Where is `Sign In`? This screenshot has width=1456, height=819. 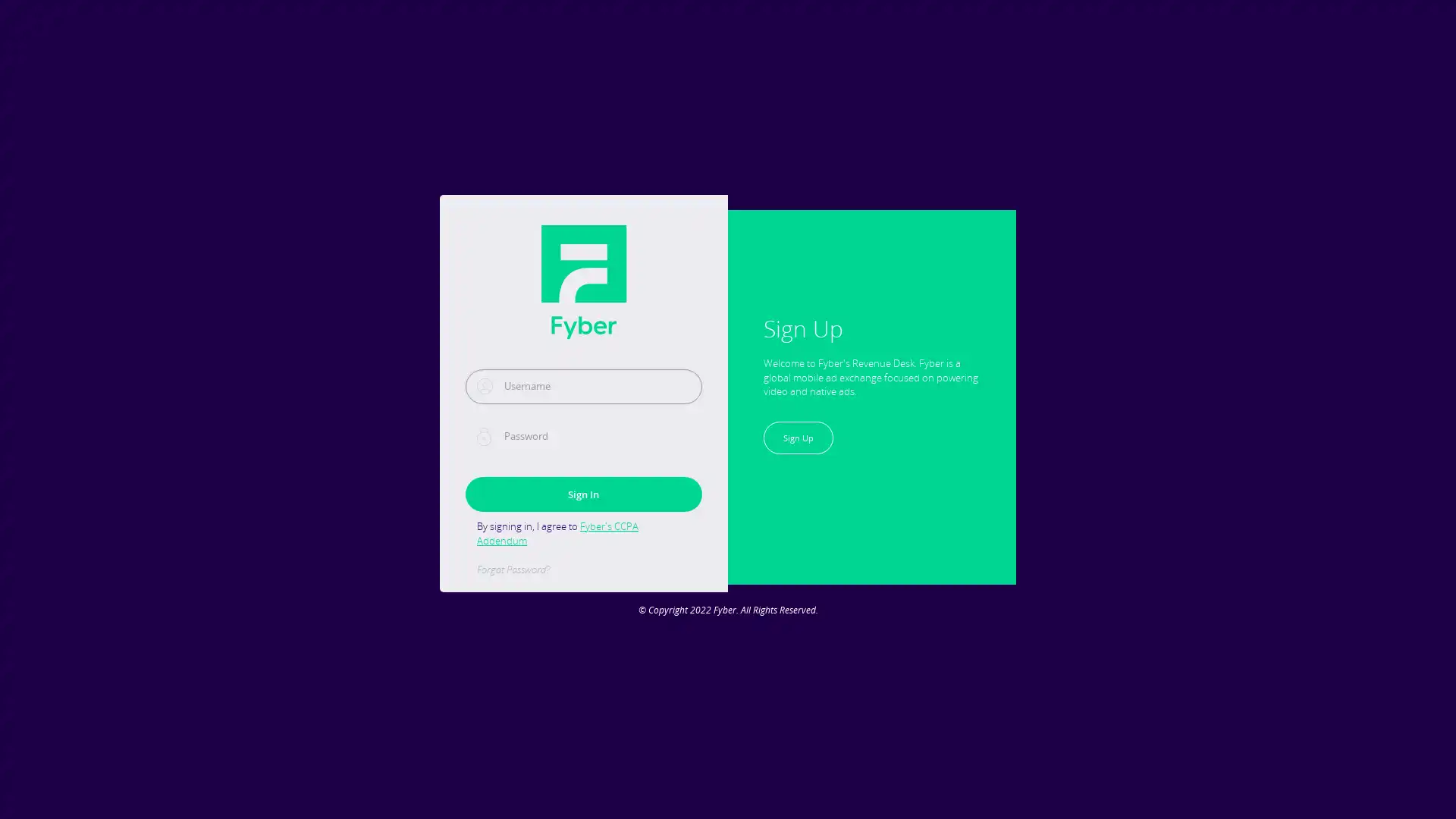 Sign In is located at coordinates (582, 494).